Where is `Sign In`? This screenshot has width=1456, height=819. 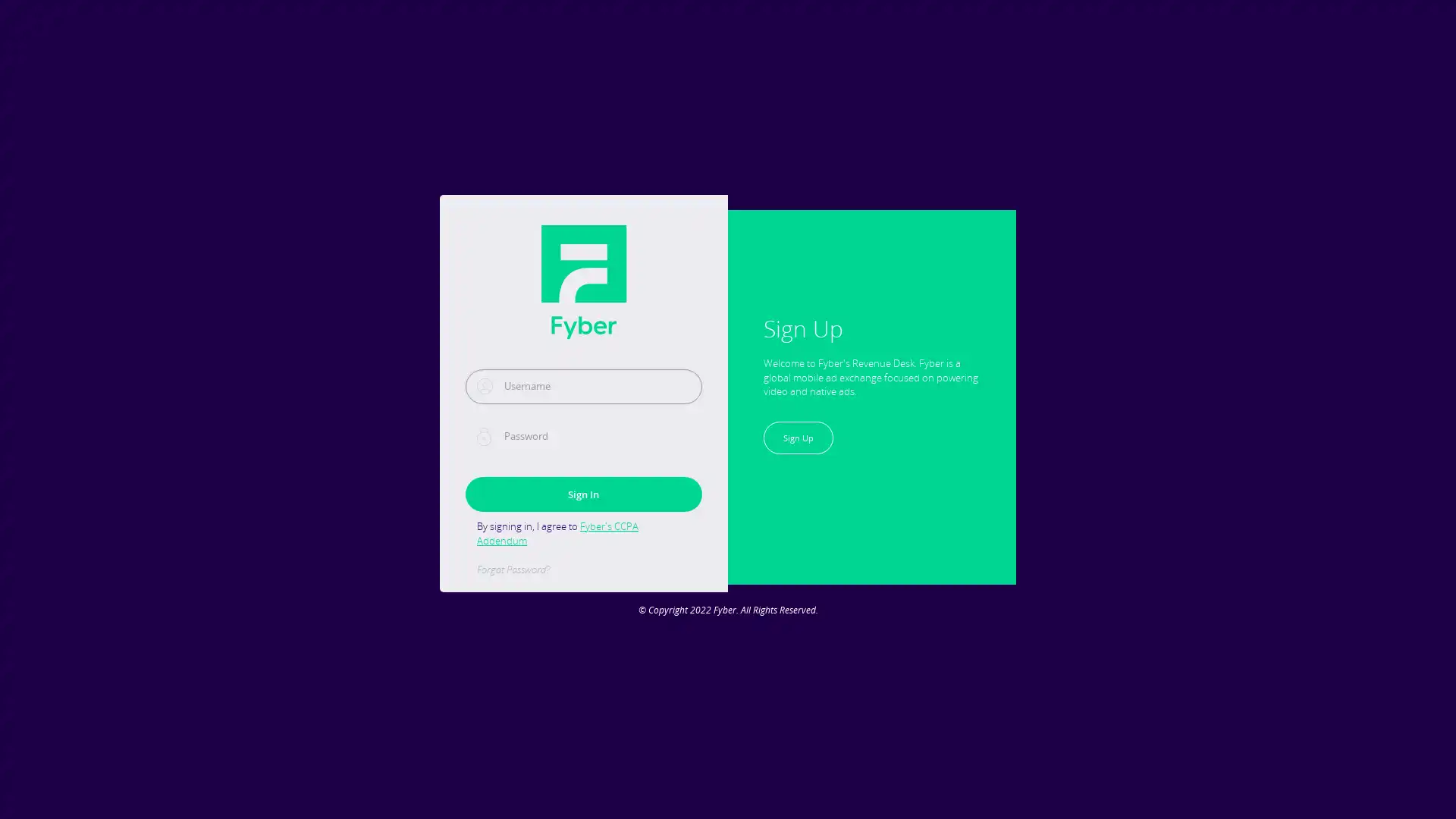 Sign In is located at coordinates (582, 494).